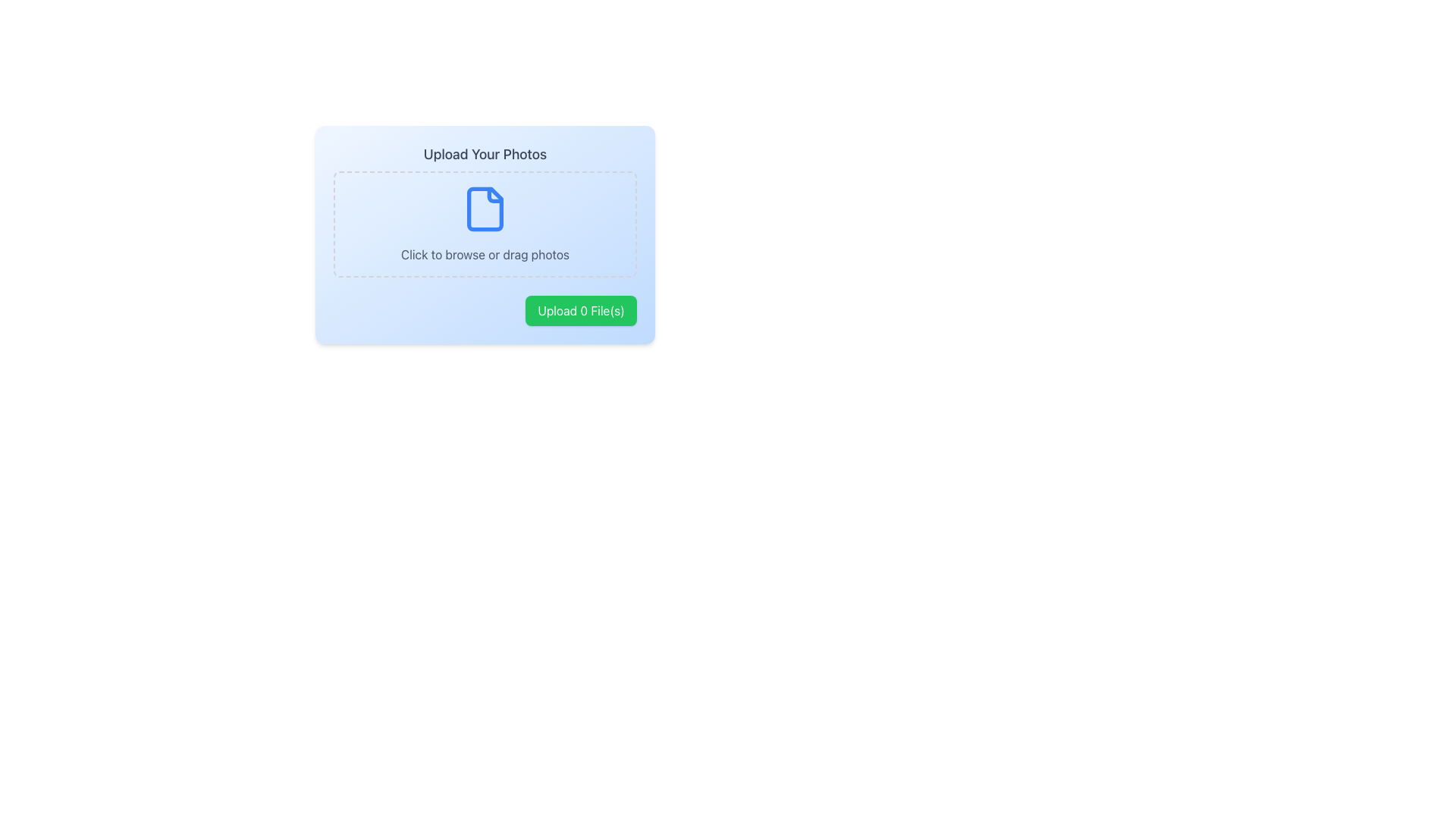 The image size is (1456, 819). I want to click on the File Upload Area located centrally beneath the text 'Upload Your Photos', so click(484, 224).